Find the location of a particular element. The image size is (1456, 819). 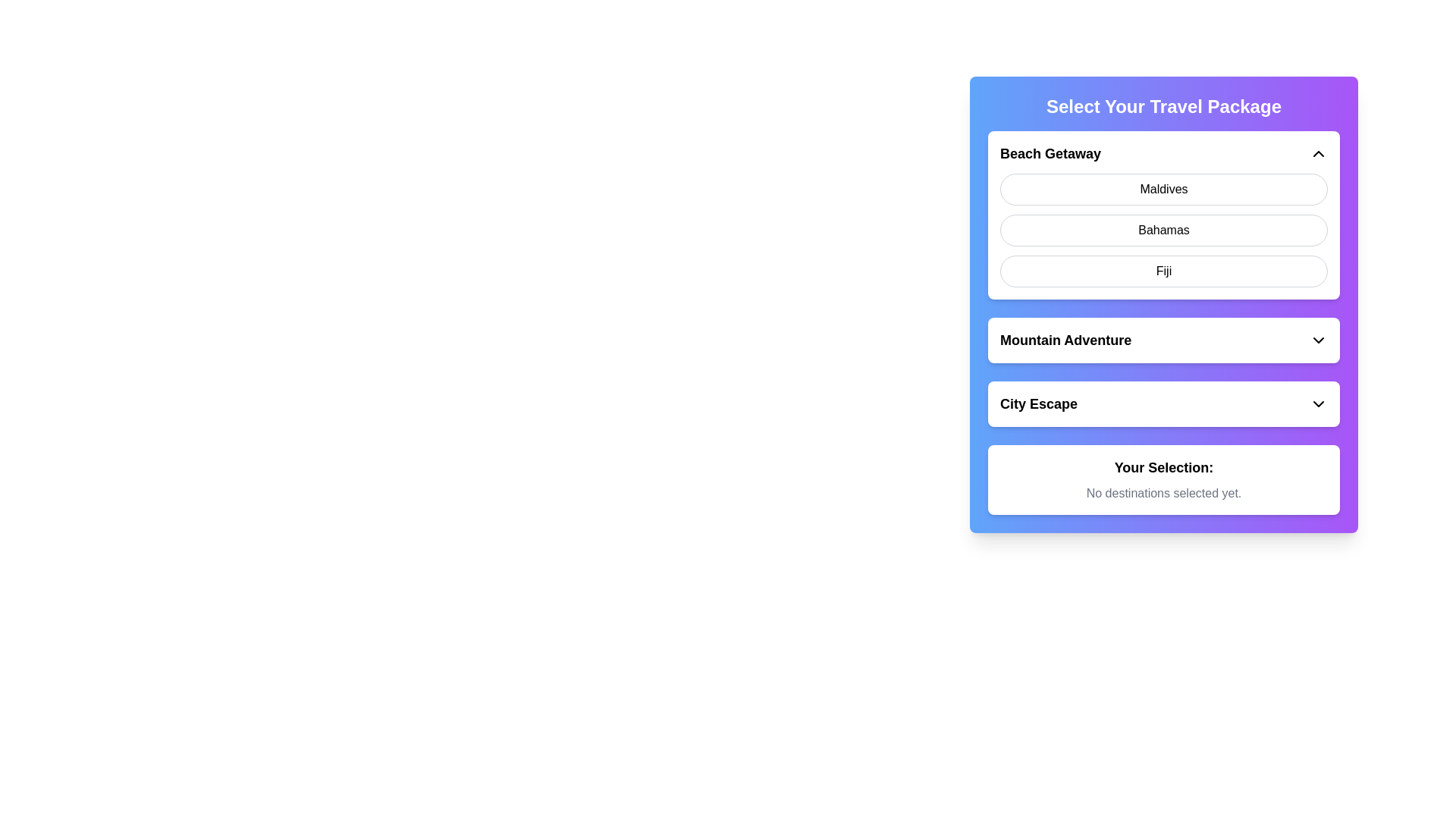

the 'City Escape' text label in the dropdown under 'Mountain Adventure' within the 'Select Your Travel Package' section is located at coordinates (1038, 403).